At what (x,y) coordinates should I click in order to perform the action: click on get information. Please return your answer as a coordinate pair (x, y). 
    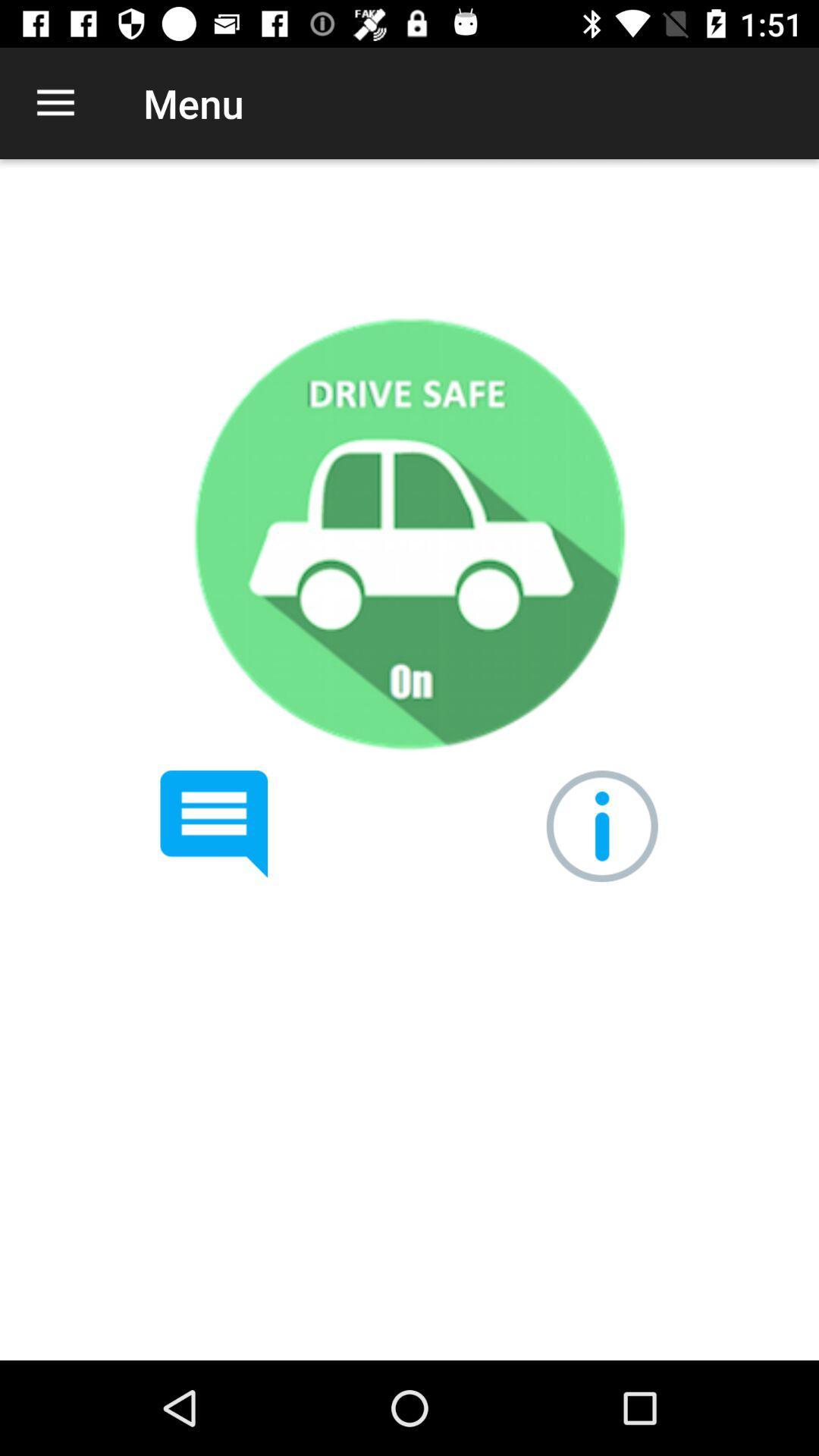
    Looking at the image, I should click on (601, 825).